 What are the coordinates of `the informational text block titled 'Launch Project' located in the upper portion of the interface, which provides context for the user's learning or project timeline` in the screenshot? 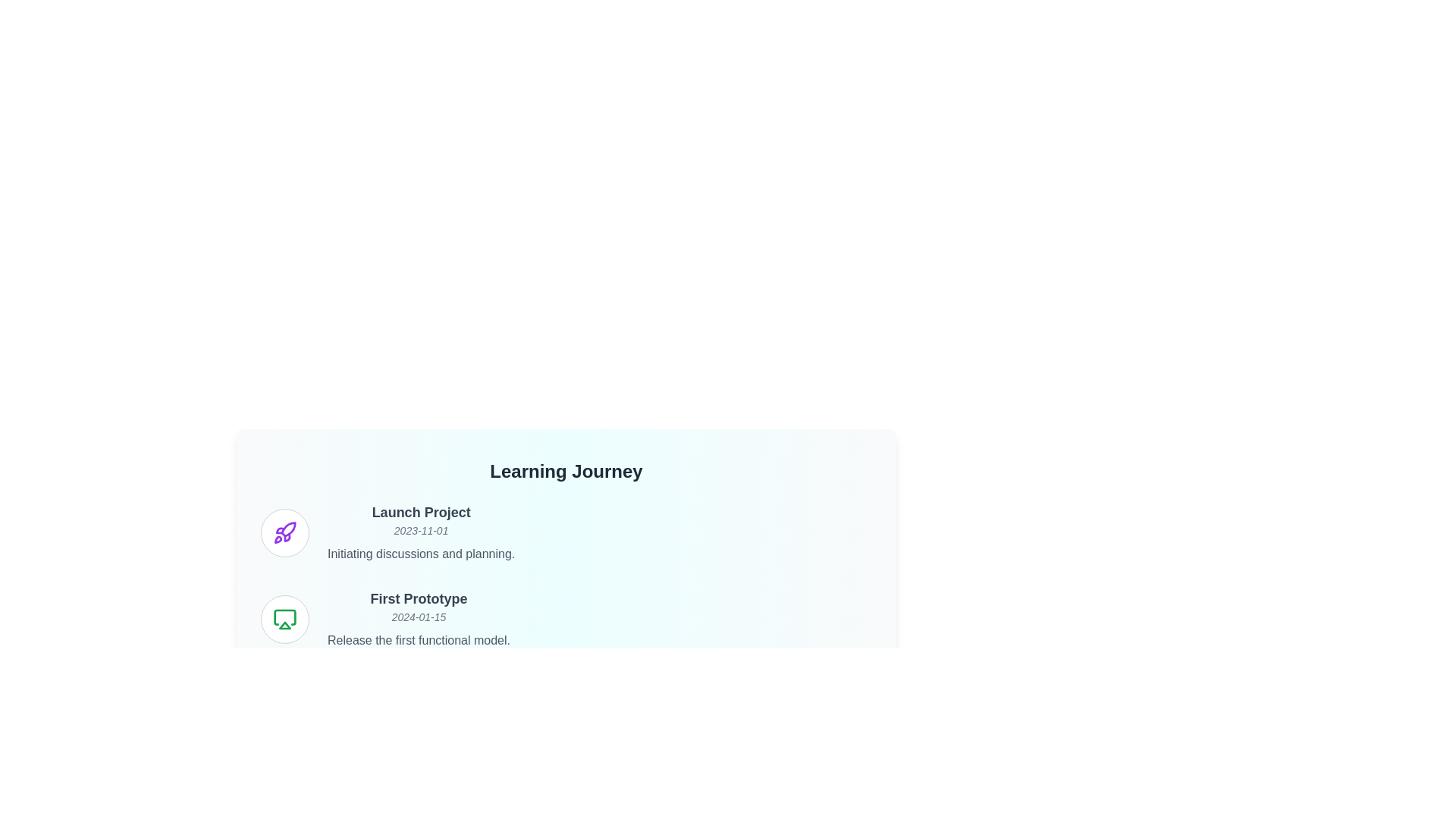 It's located at (421, 532).